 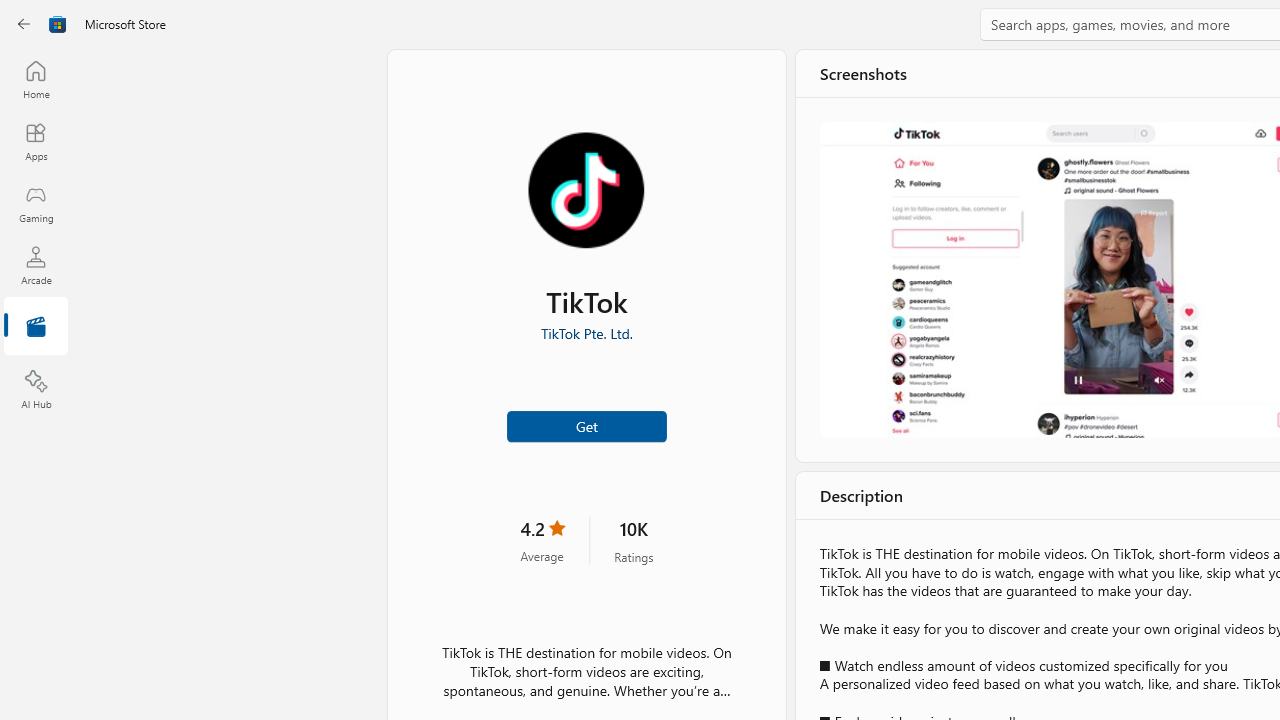 I want to click on 'Class: Image', so click(x=58, y=24).